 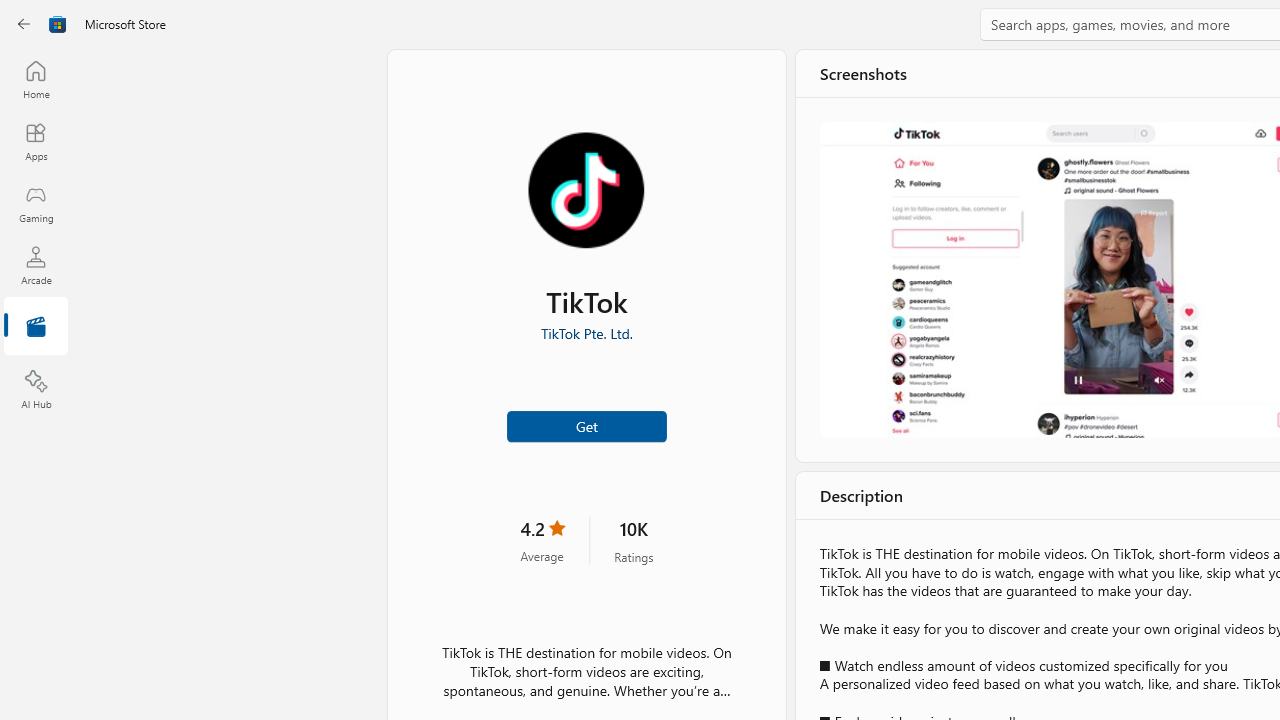 I want to click on 'Class: Image', so click(x=58, y=24).